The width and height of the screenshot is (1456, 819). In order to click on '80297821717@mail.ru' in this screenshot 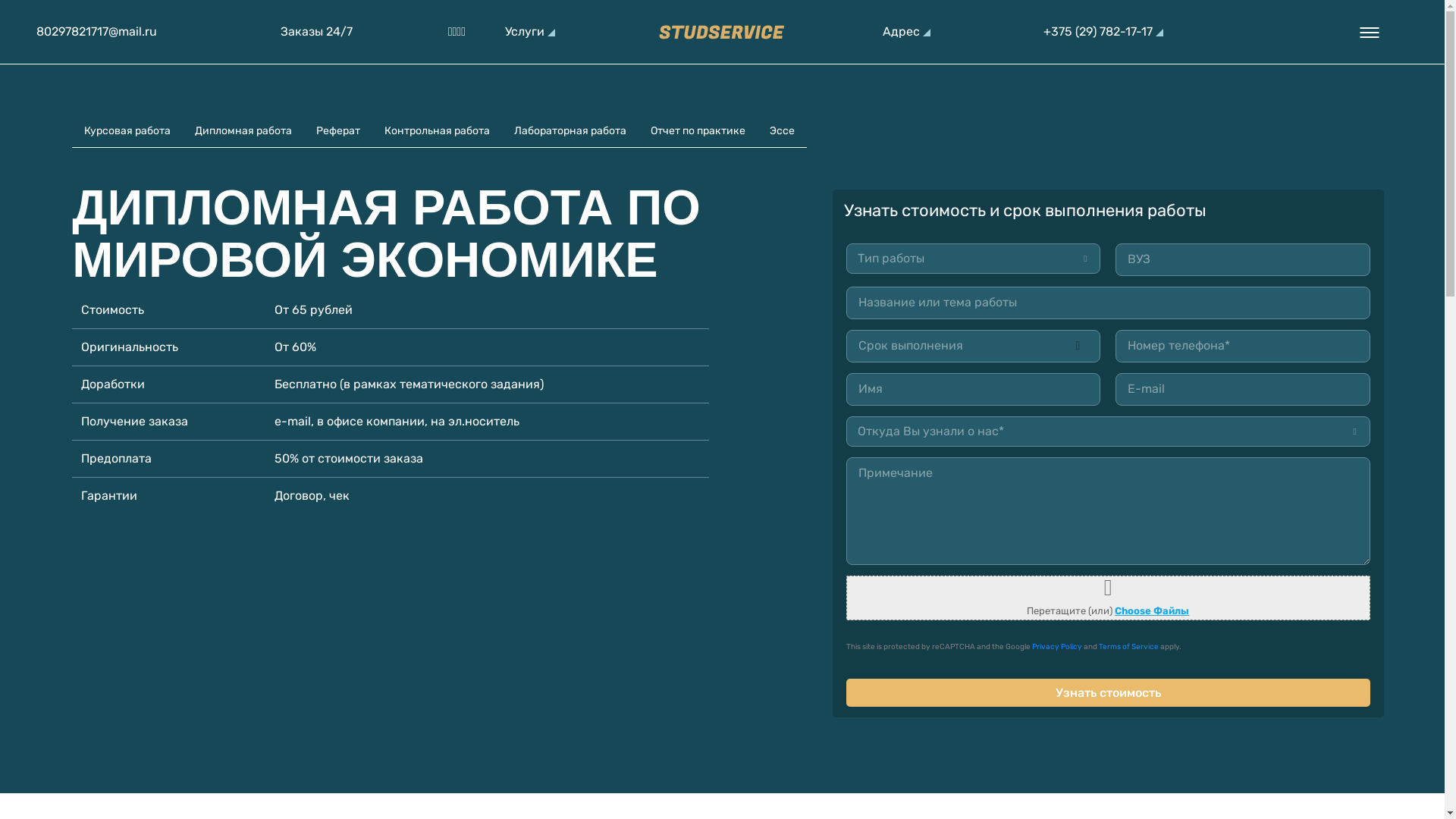, I will do `click(96, 31)`.